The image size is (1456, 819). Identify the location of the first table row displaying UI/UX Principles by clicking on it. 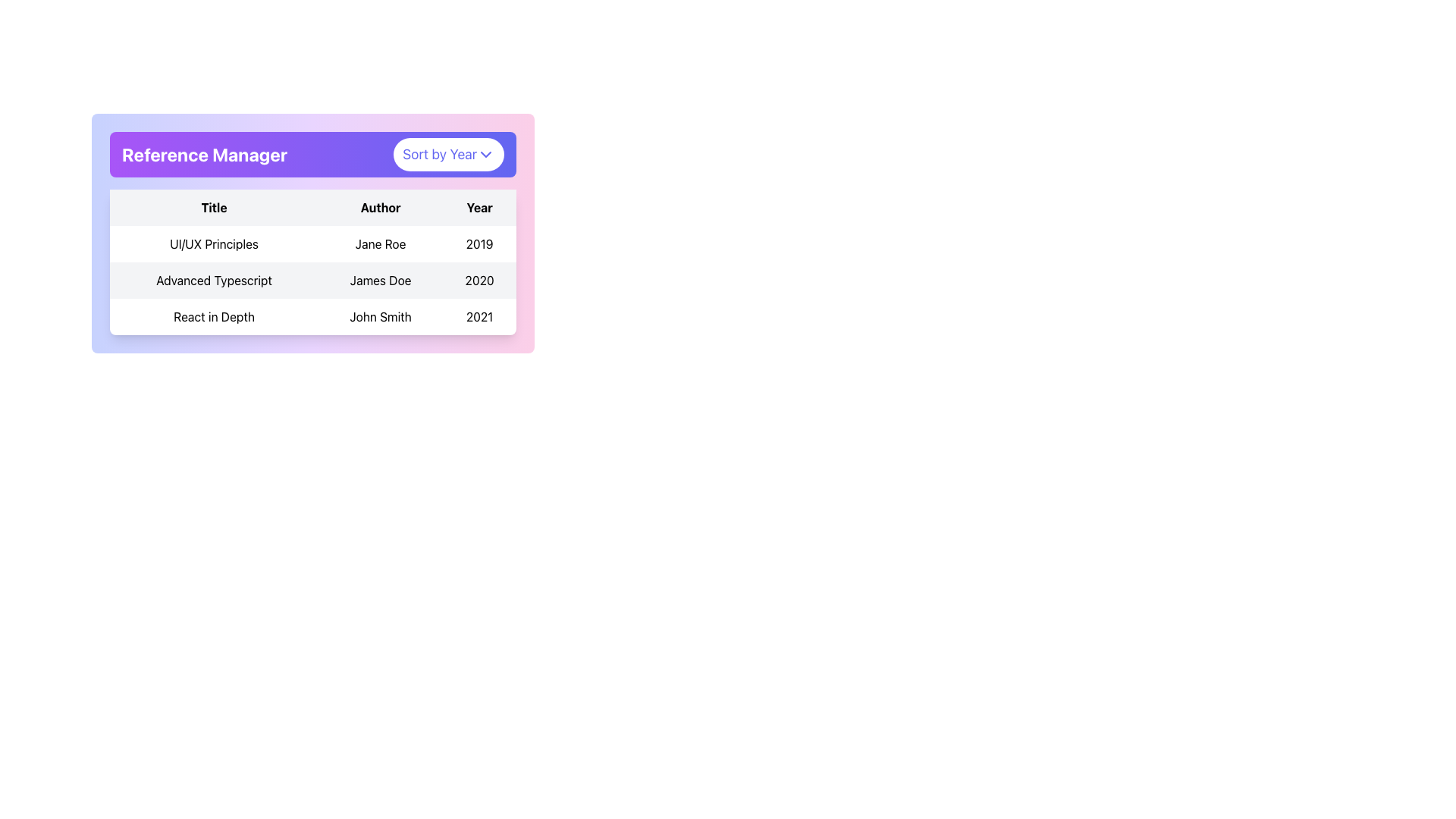
(312, 243).